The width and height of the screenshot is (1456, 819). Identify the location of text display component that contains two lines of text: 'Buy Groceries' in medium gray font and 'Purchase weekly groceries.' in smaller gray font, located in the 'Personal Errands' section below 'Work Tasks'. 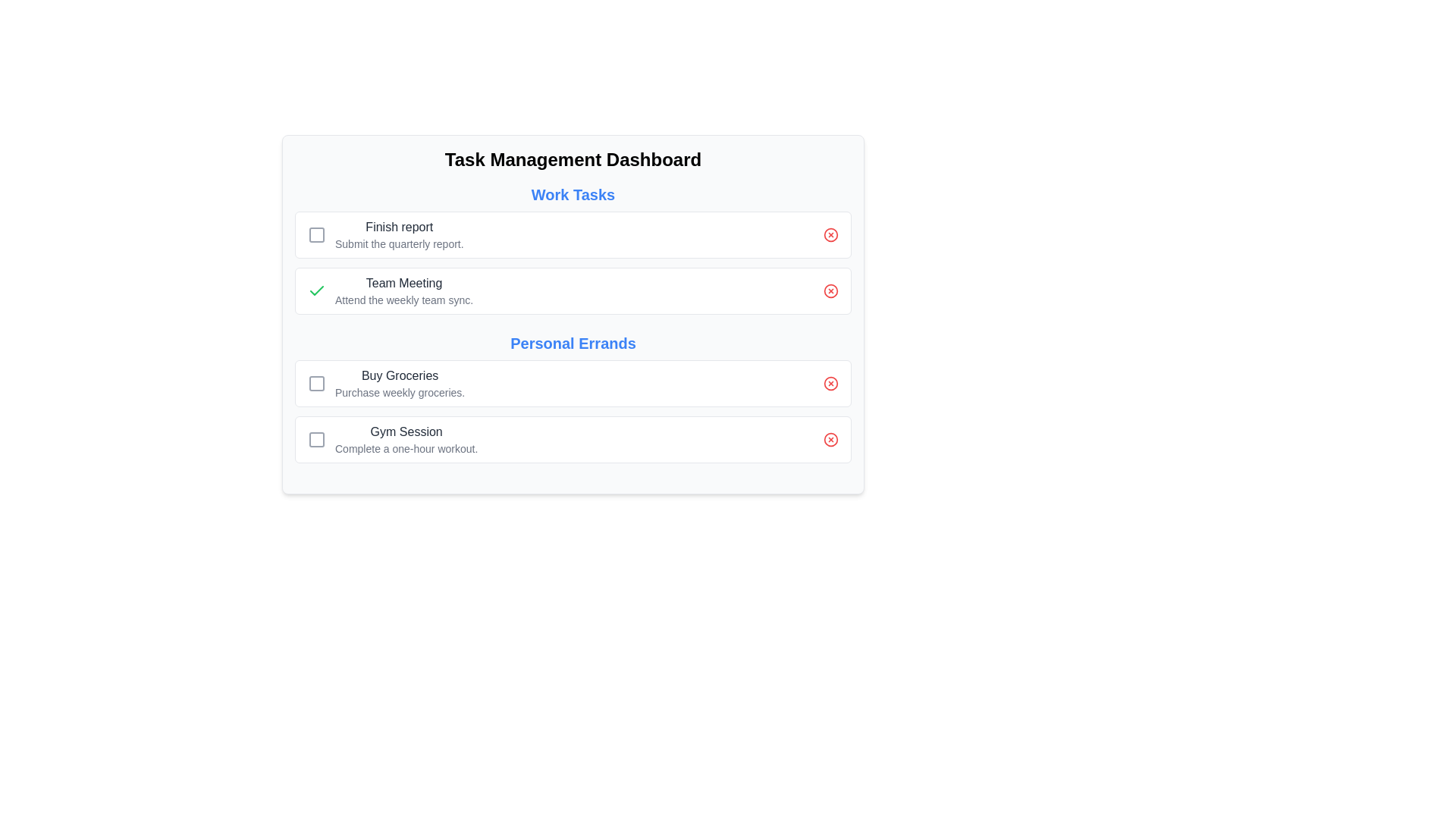
(400, 382).